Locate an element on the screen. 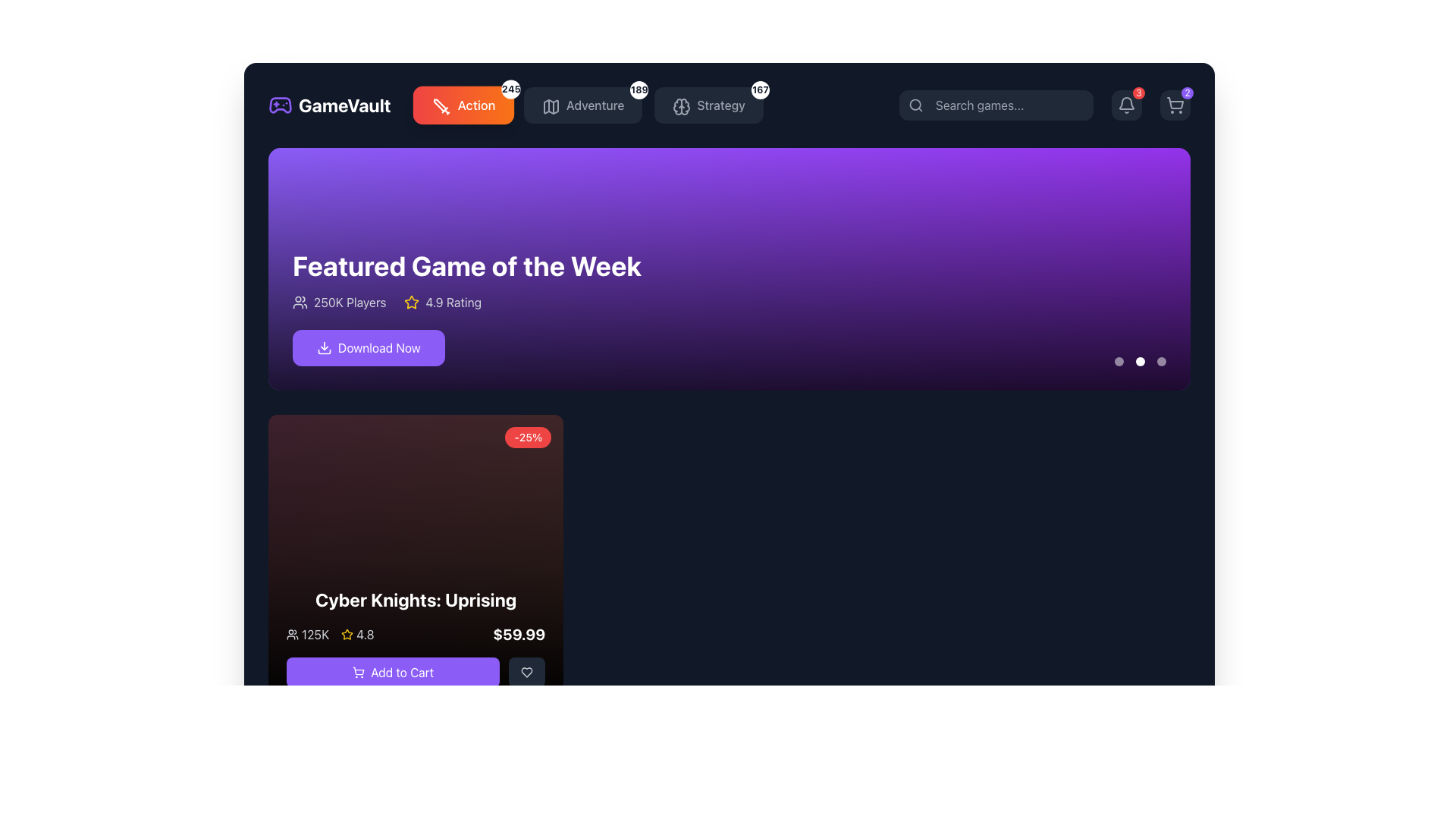 The width and height of the screenshot is (1456, 819). the Text Label indicating the number of players associated with the 'Featured Game of the Week', which is positioned between a user icon and a '4.9 Rating' display is located at coordinates (349, 302).